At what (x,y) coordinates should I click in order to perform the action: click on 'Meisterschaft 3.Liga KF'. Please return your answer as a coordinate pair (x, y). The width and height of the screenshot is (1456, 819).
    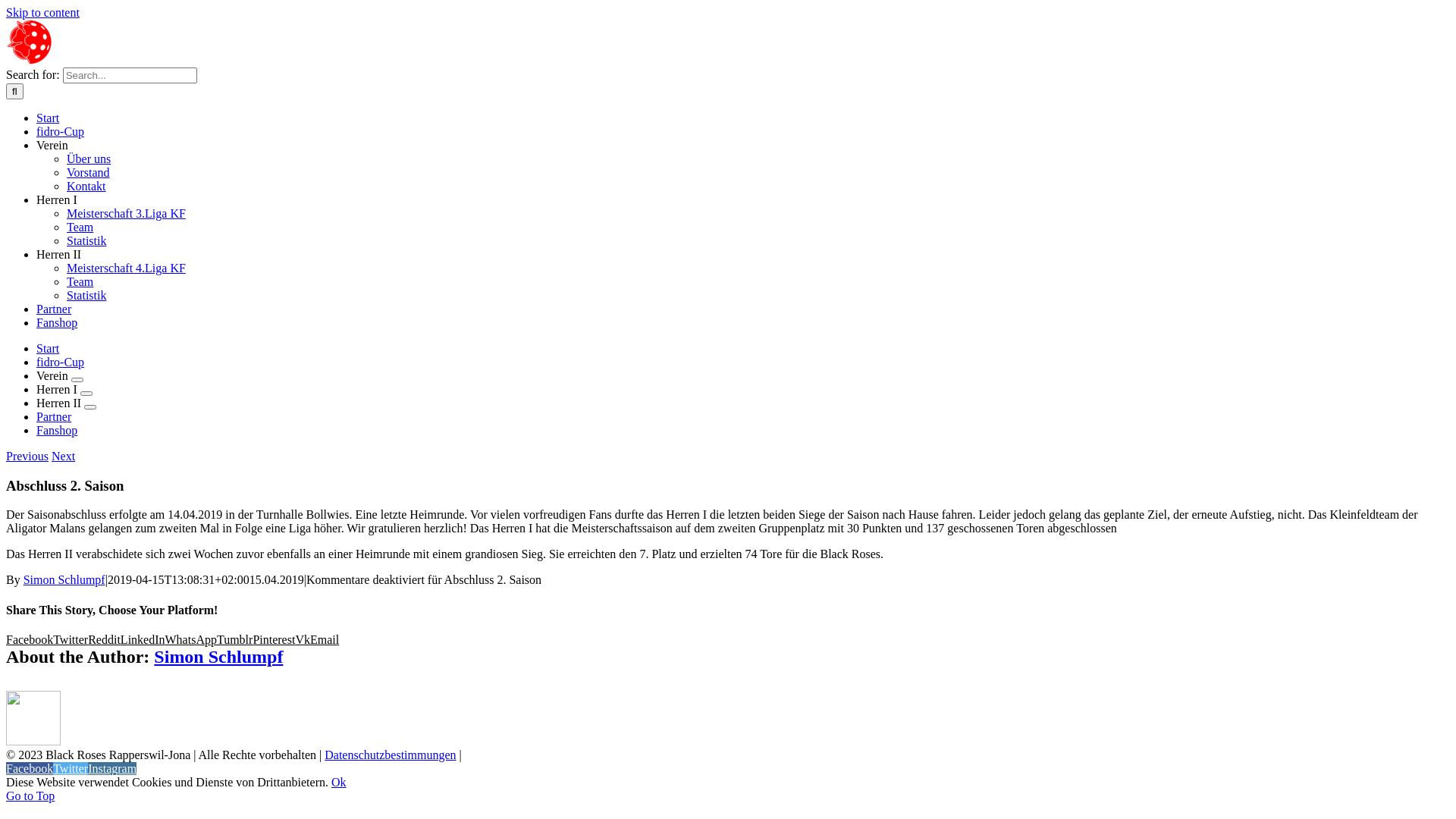
    Looking at the image, I should click on (126, 213).